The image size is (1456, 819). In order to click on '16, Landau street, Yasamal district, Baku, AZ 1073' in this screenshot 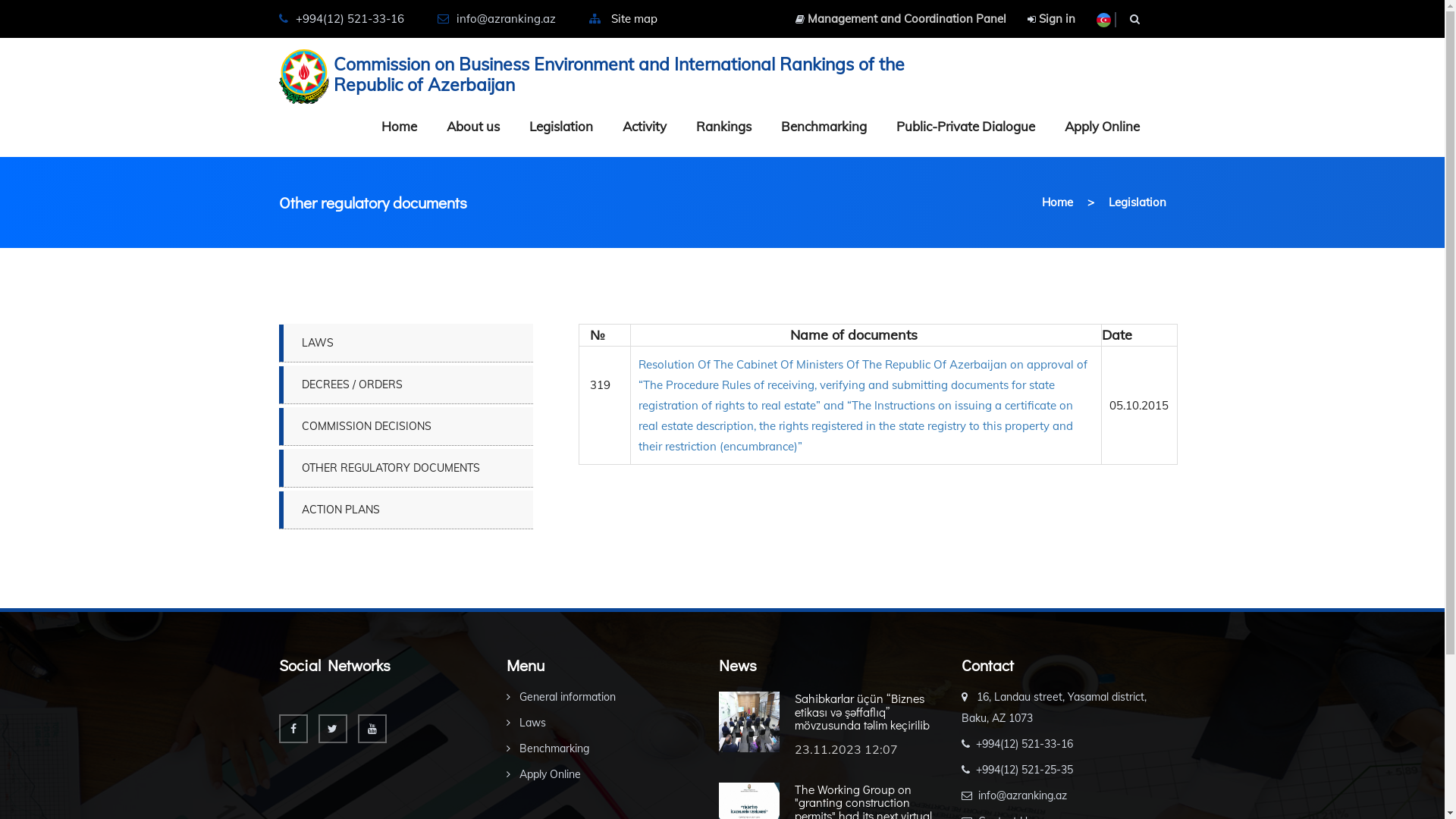, I will do `click(960, 708)`.